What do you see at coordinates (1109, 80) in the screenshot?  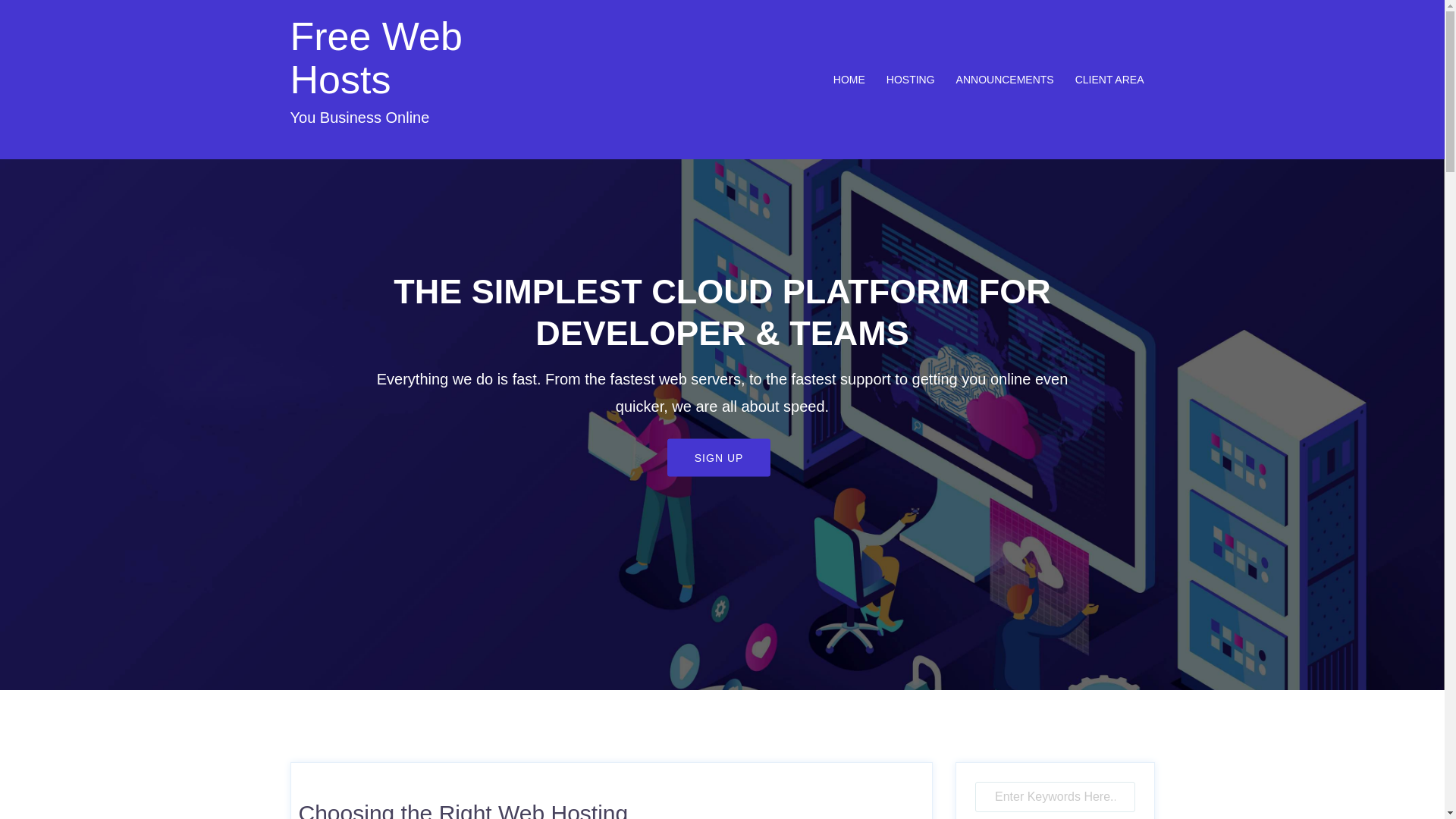 I see `'CLIENT AREA'` at bounding box center [1109, 80].